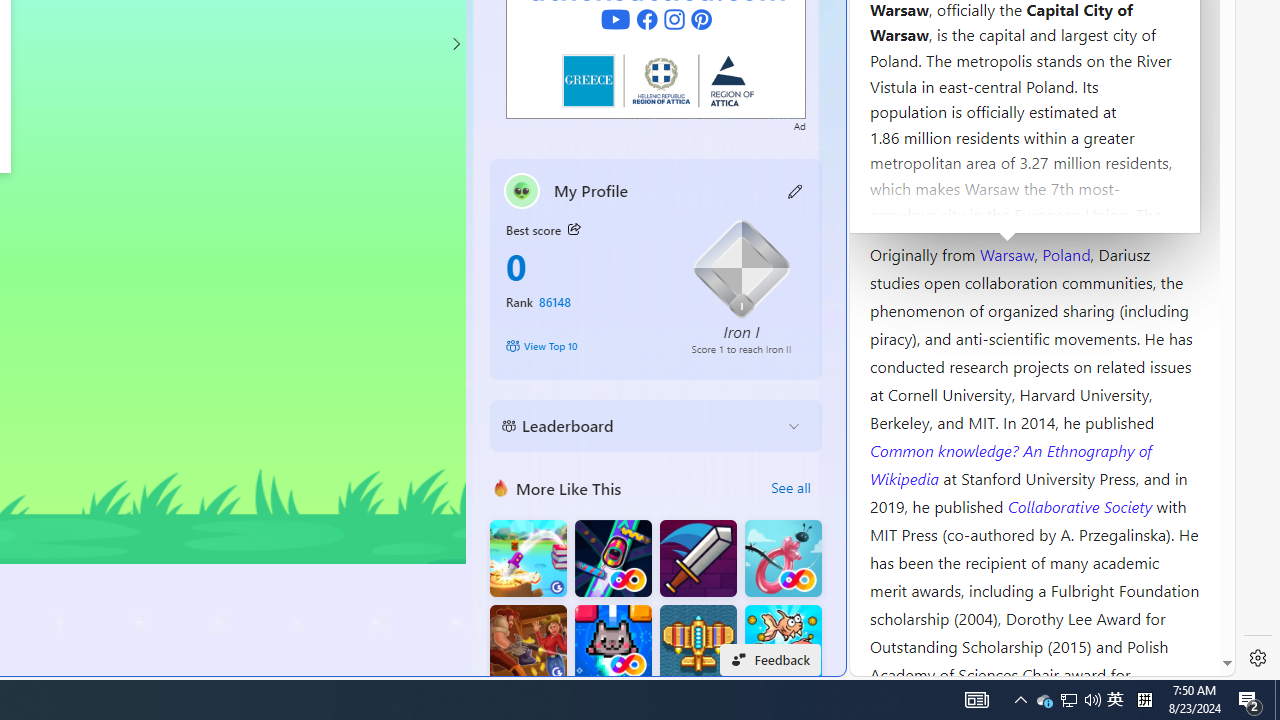 Image resolution: width=1280 pixels, height=720 pixels. What do you see at coordinates (528, 558) in the screenshot?
I see `'Knife Flip'` at bounding box center [528, 558].